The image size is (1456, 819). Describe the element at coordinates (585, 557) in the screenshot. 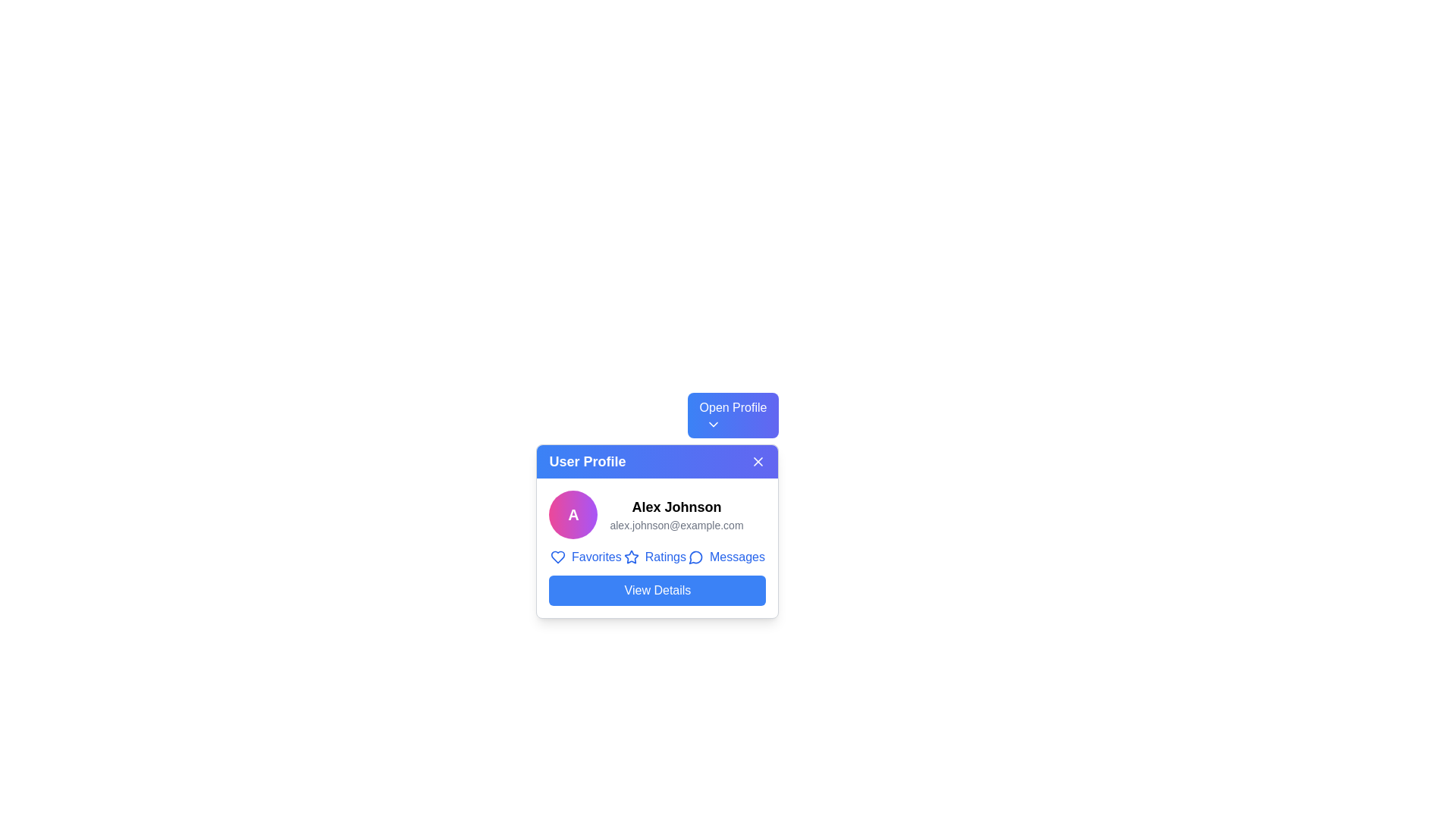

I see `the blue 'Favorites' label with a heart icon` at that location.